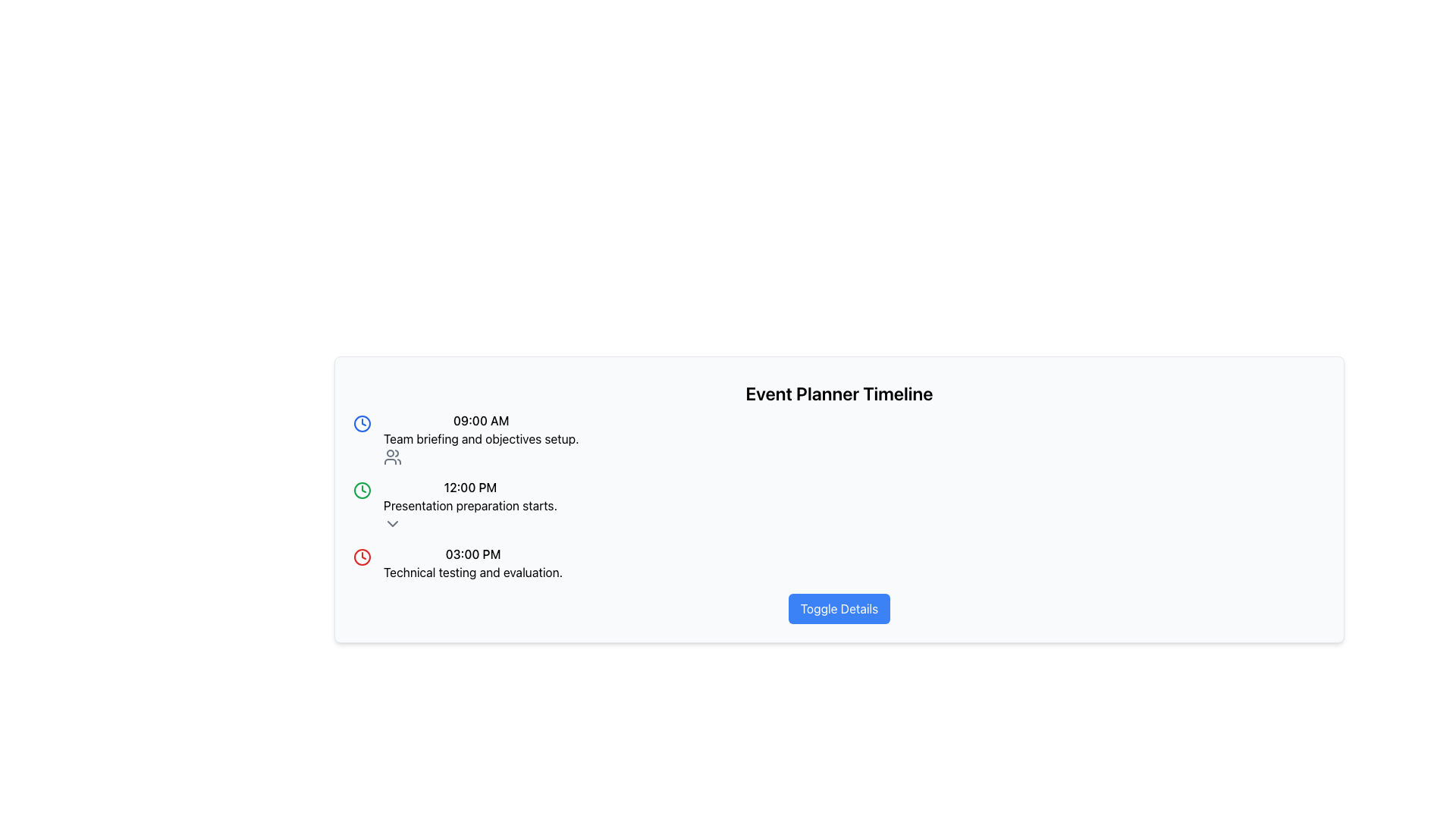 The height and width of the screenshot is (819, 1456). I want to click on details of the second event in the vertical timeline, which is located to the left of a green clock icon and between the 09:00 AM and 03:00 PM events, so click(469, 506).